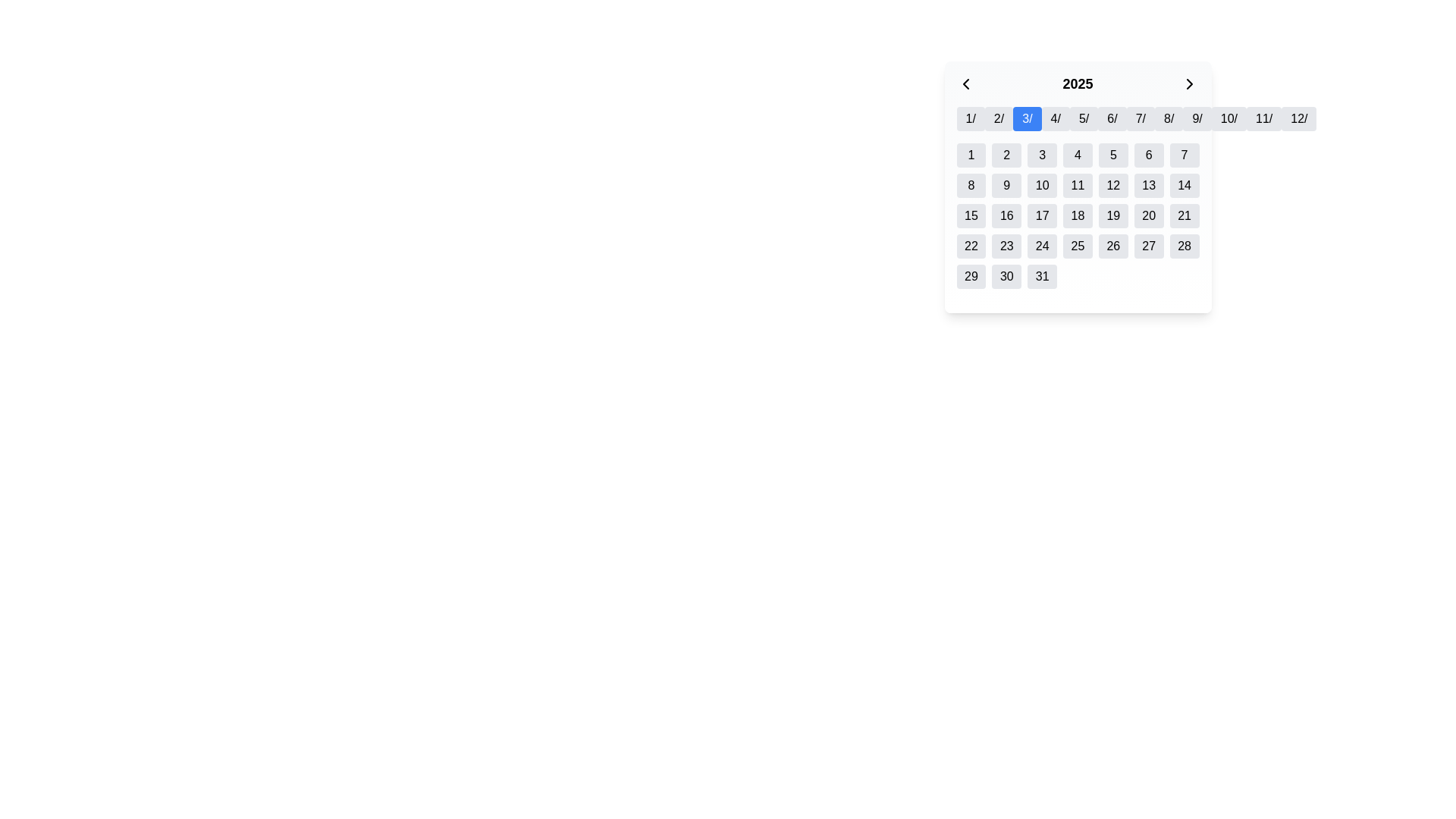  What do you see at coordinates (1168, 118) in the screenshot?
I see `the selectable calendar option button` at bounding box center [1168, 118].